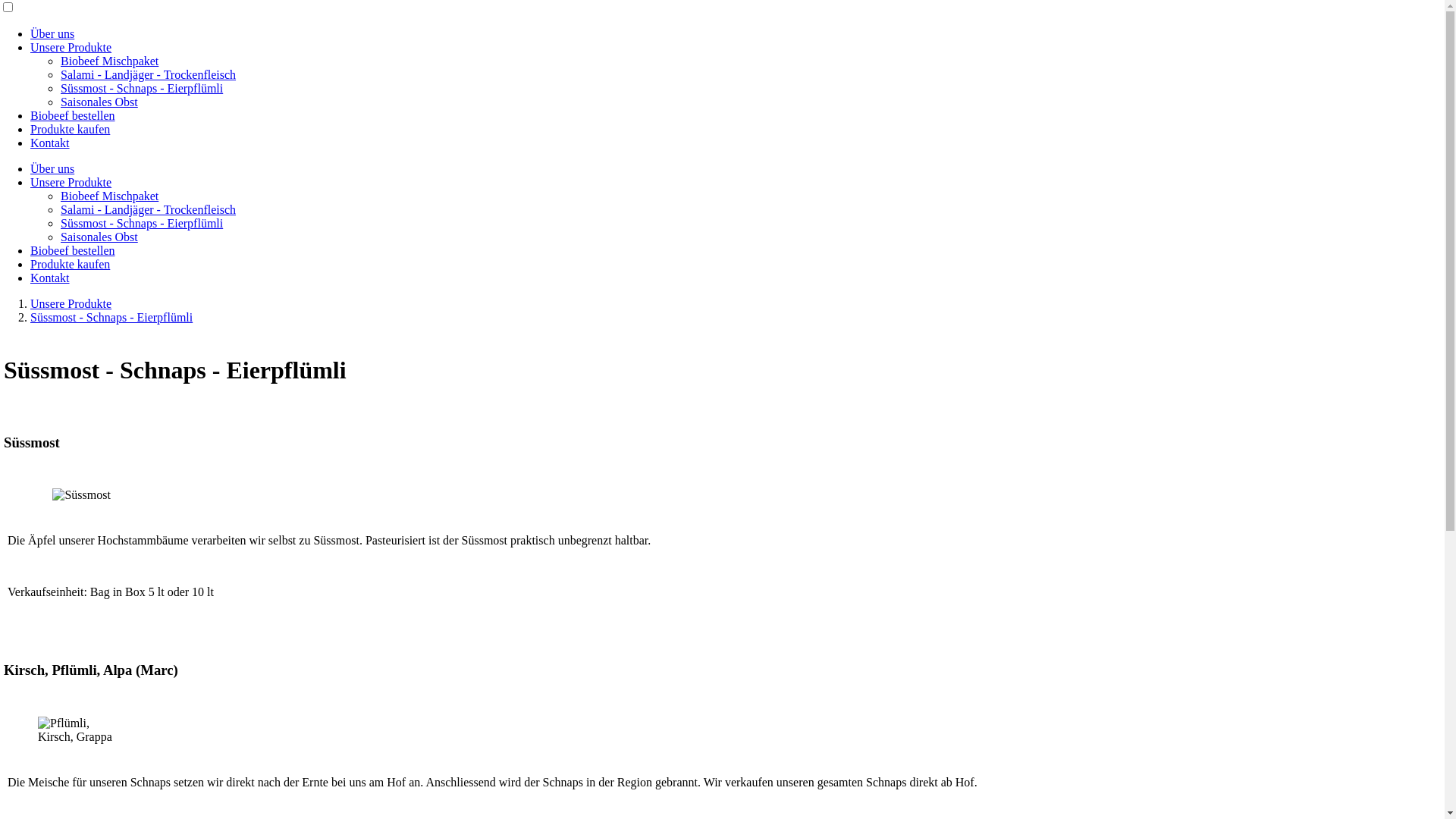  I want to click on 'Biobeef Mischpaket', so click(108, 60).